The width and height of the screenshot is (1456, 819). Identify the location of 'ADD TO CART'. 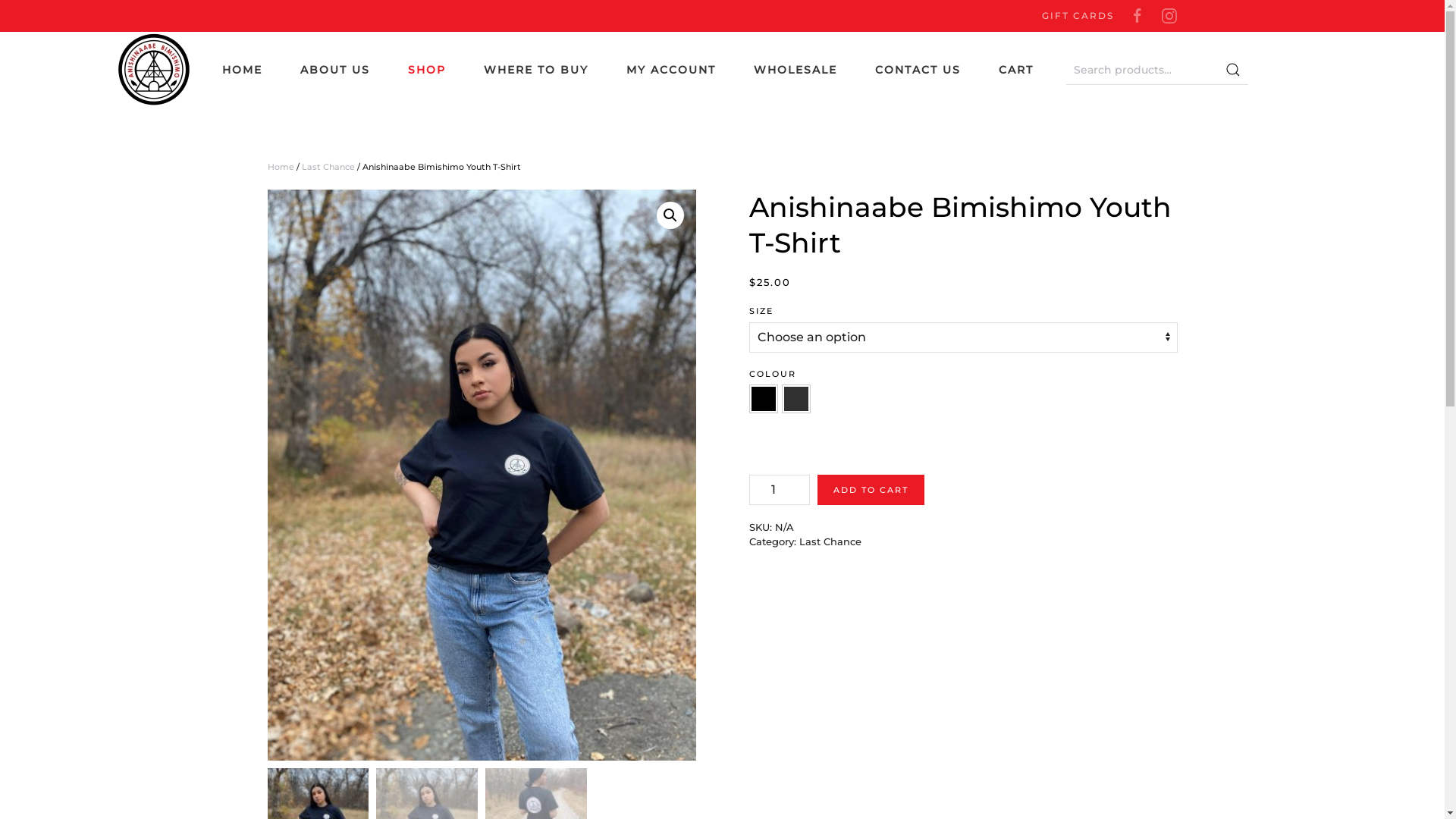
(871, 489).